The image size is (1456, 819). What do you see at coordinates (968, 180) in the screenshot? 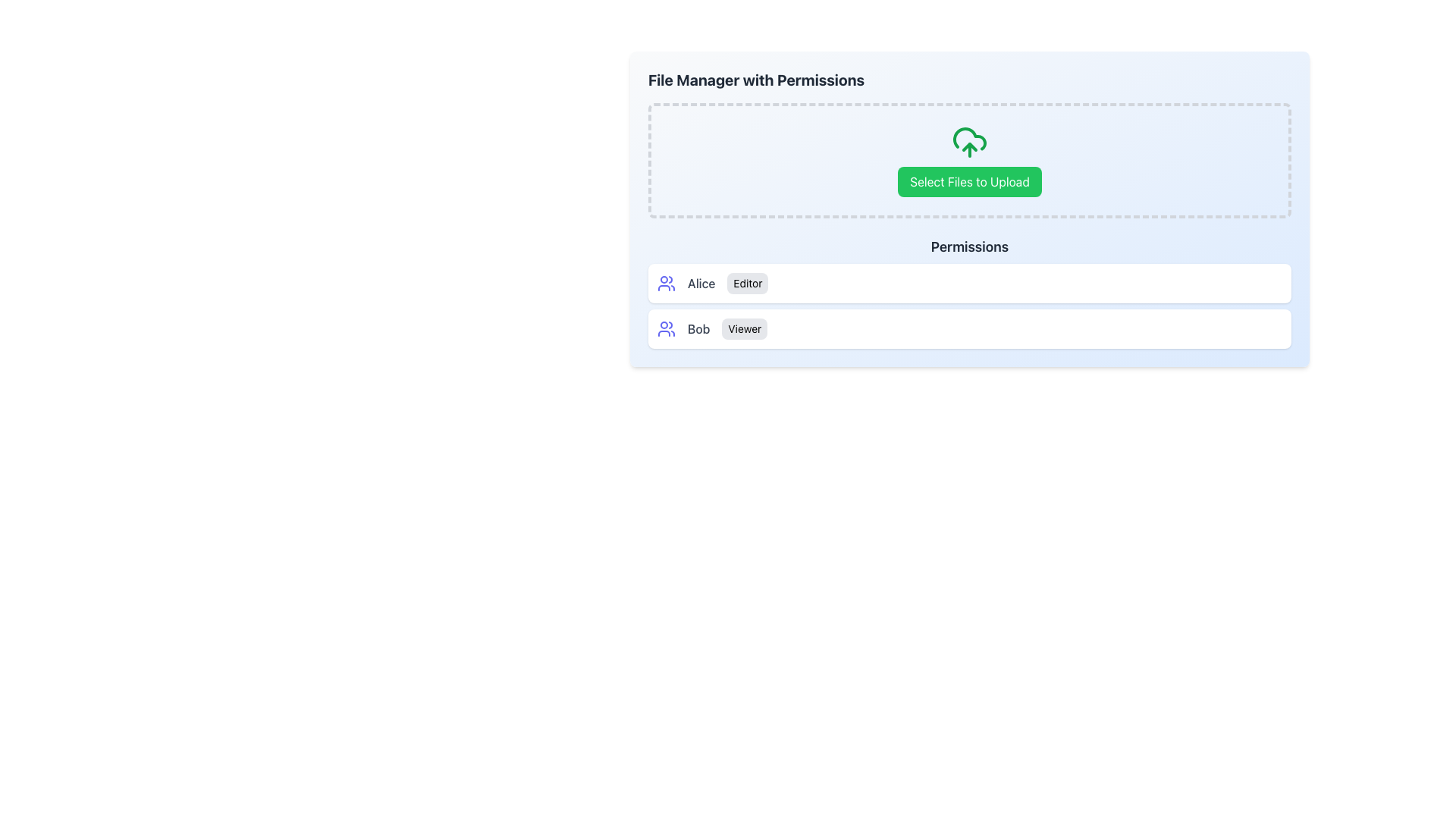
I see `the button located below the cloud upload icon to initiate the file upload process` at bounding box center [968, 180].